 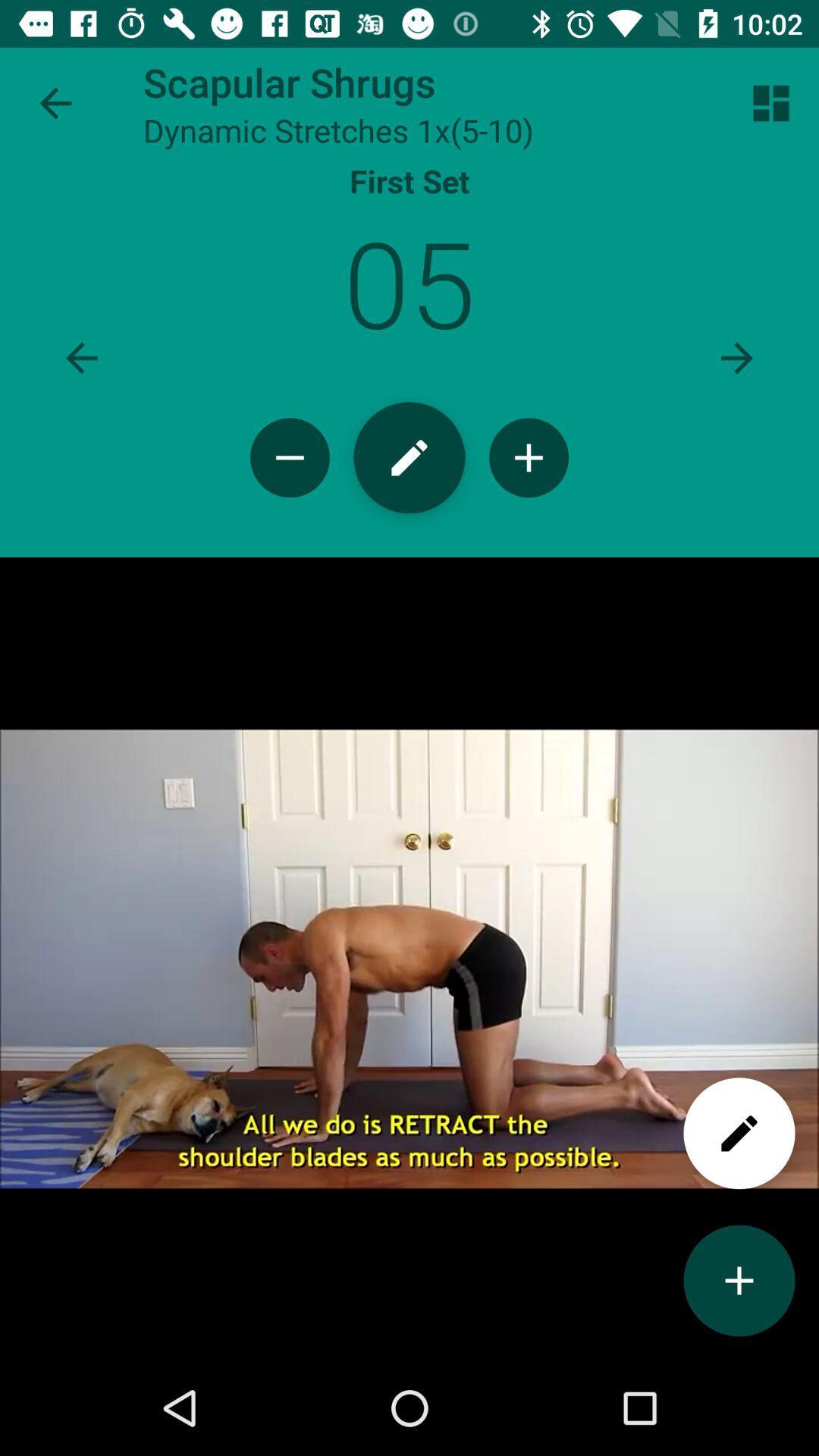 I want to click on previous arrow, so click(x=82, y=357).